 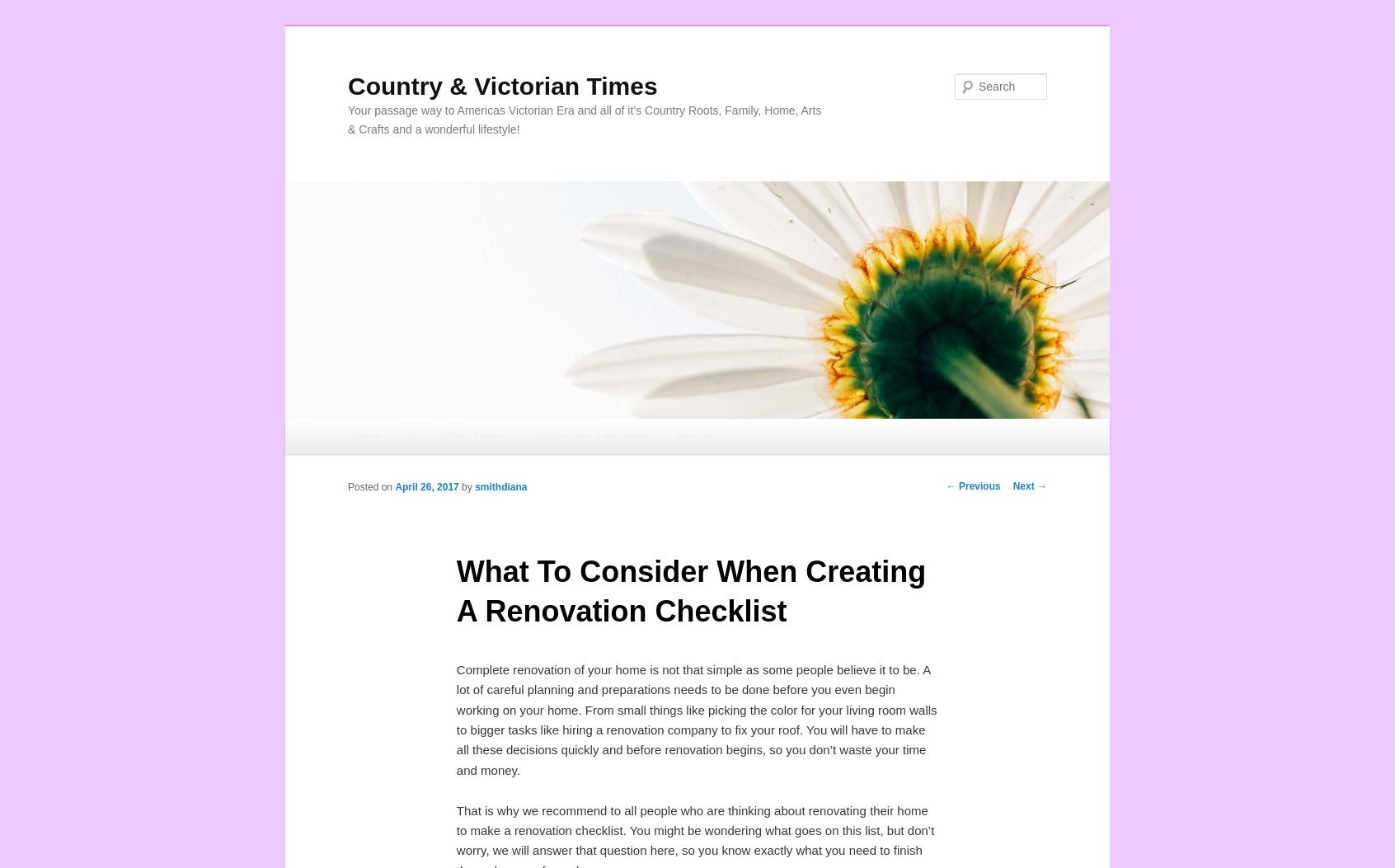 I want to click on 'What To Consider When Creating A Renovation Checklist', so click(x=691, y=590).